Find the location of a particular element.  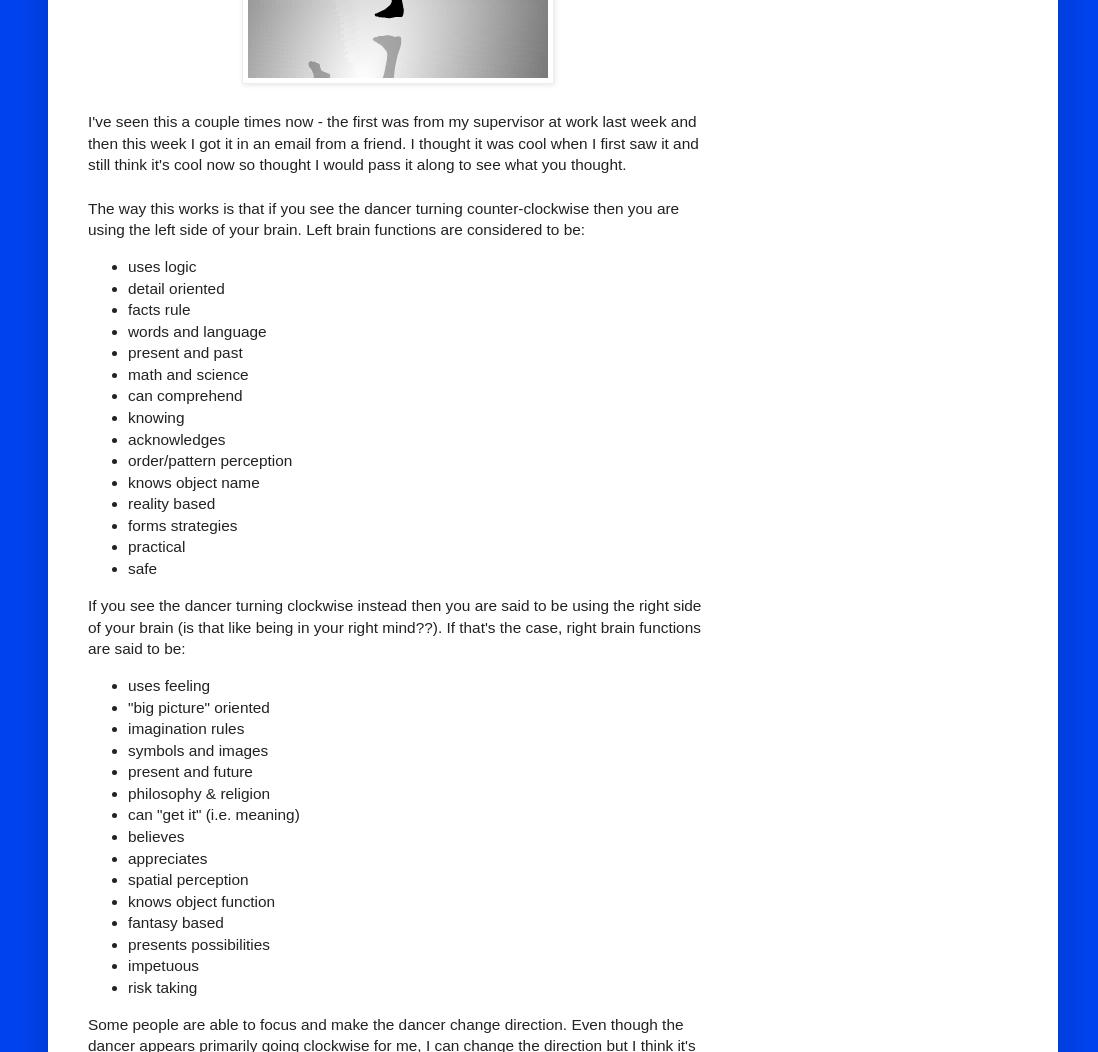

'fantasy based' is located at coordinates (128, 921).